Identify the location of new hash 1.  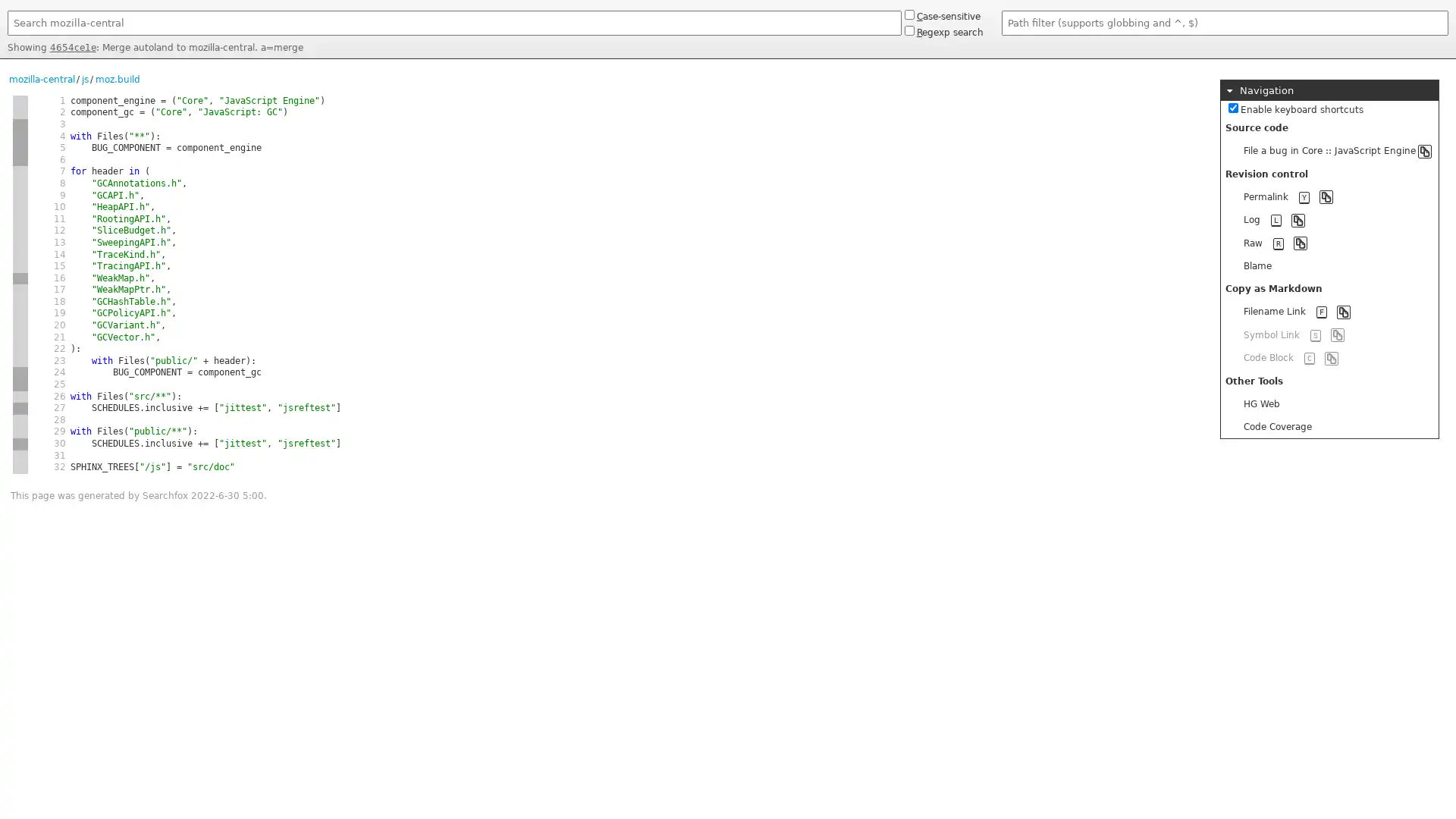
(20, 171).